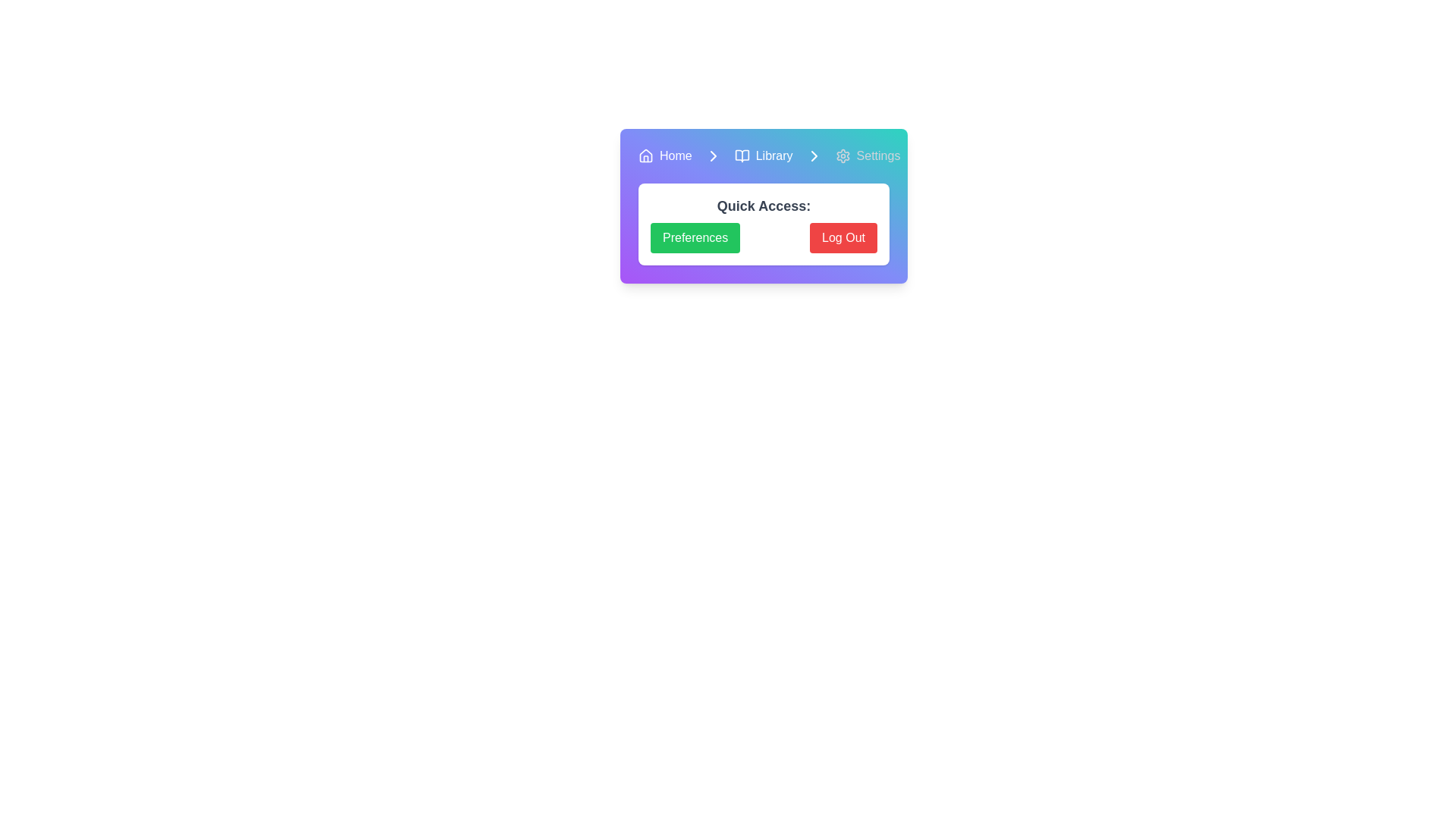  What do you see at coordinates (695, 237) in the screenshot?
I see `the green 'Preferences' button, which is located in the bottom section of the content card` at bounding box center [695, 237].